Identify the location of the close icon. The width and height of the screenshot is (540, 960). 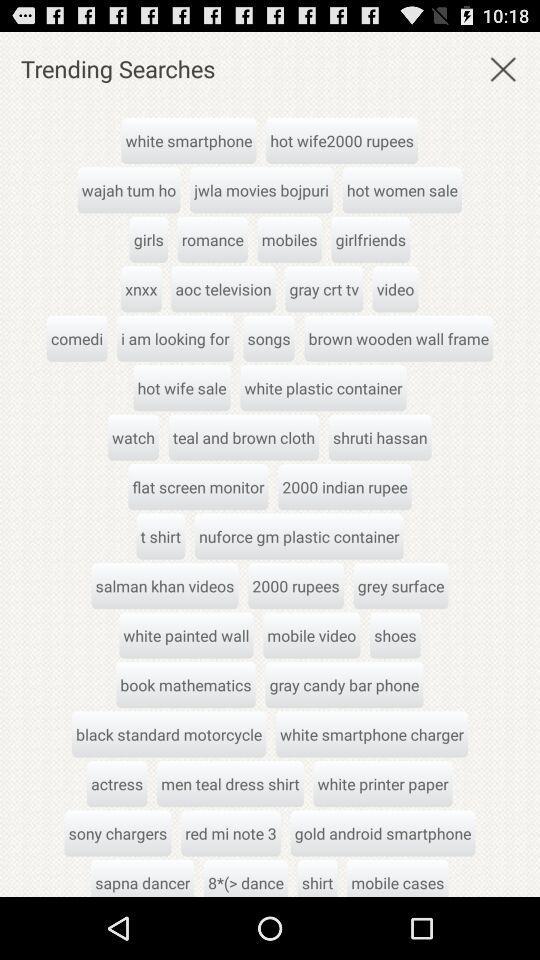
(502, 73).